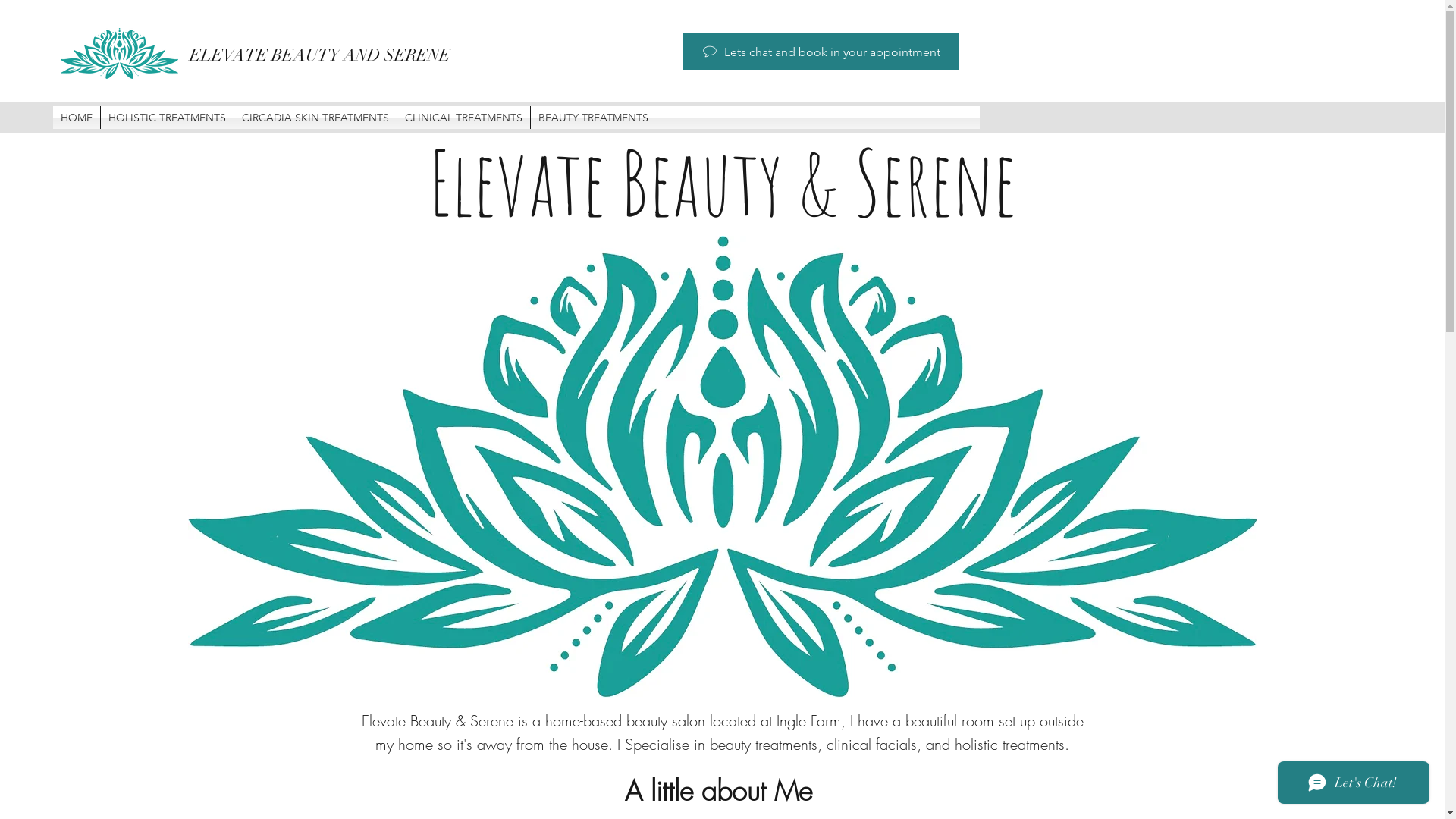 This screenshot has width=1456, height=819. Describe the element at coordinates (463, 116) in the screenshot. I see `'CLINICAL TREATMENTS'` at that location.